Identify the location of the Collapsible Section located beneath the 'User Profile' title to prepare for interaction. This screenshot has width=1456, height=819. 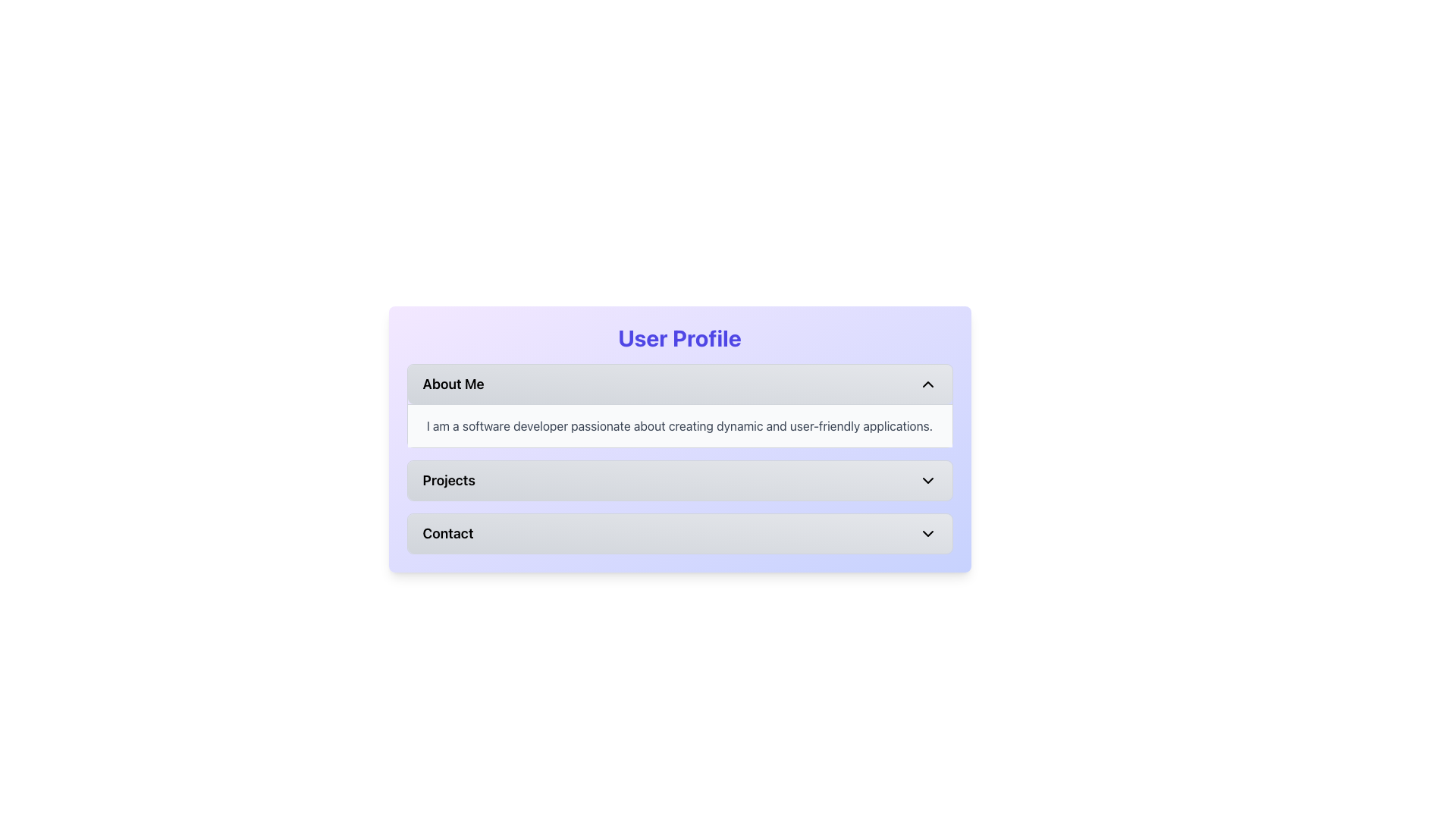
(679, 458).